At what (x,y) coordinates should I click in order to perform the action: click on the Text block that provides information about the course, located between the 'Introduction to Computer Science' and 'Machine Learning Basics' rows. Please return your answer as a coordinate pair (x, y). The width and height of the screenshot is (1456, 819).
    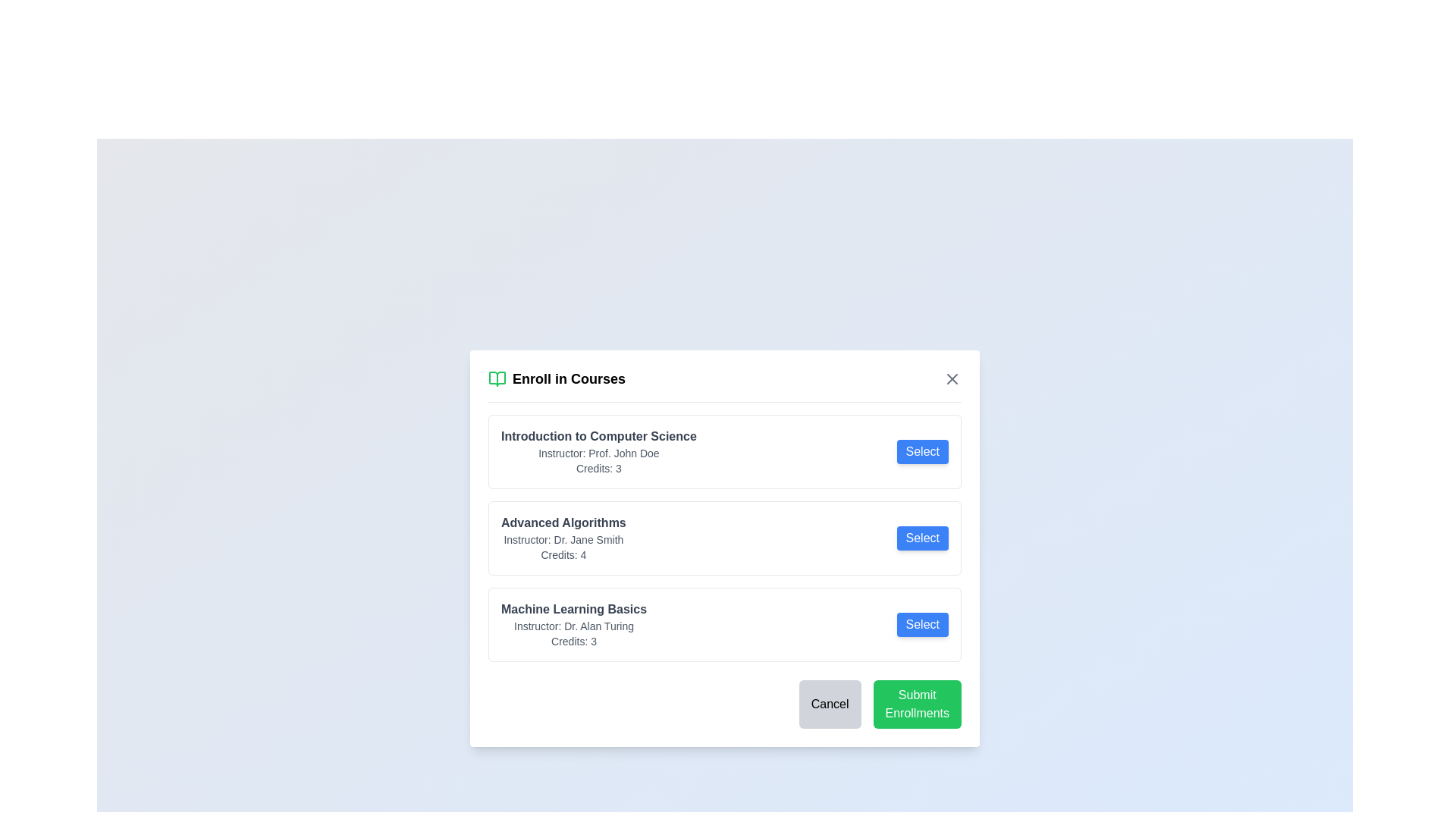
    Looking at the image, I should click on (563, 537).